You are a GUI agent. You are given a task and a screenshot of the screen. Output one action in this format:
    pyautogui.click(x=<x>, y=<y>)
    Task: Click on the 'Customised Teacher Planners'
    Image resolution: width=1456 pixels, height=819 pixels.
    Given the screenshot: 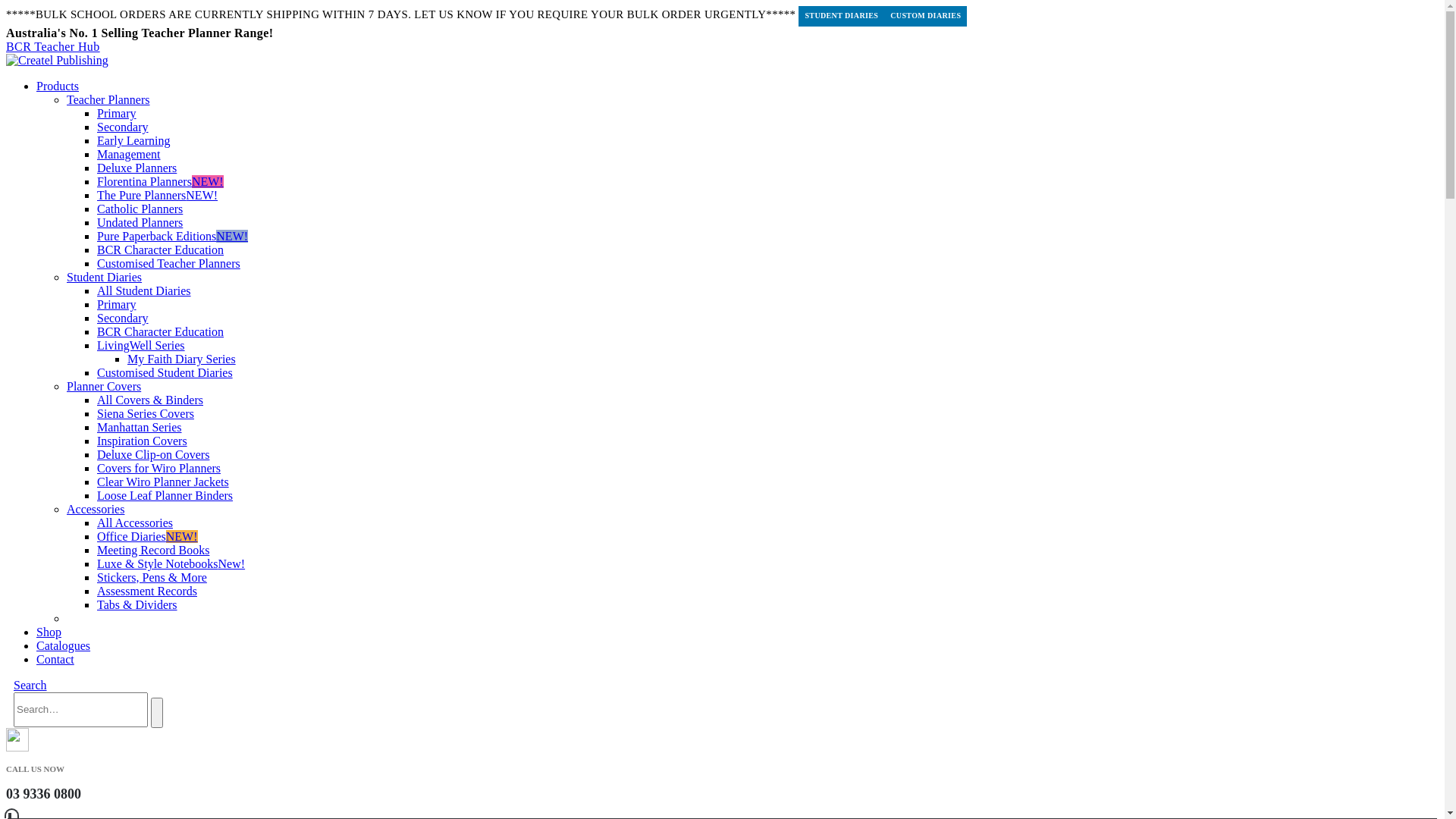 What is the action you would take?
    pyautogui.click(x=168, y=262)
    